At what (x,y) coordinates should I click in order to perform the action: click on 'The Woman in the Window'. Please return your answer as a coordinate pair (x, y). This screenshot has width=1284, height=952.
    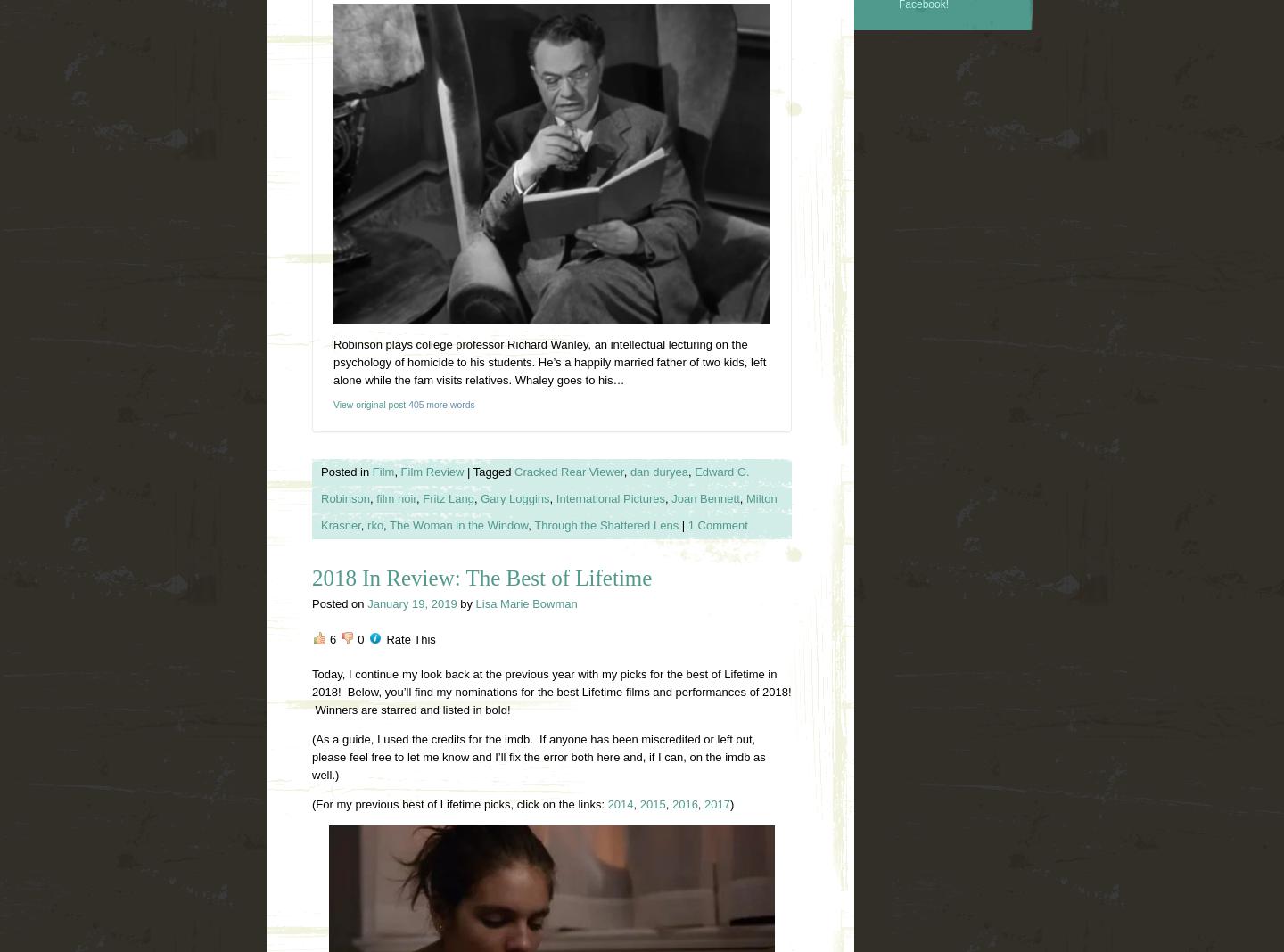
    Looking at the image, I should click on (457, 523).